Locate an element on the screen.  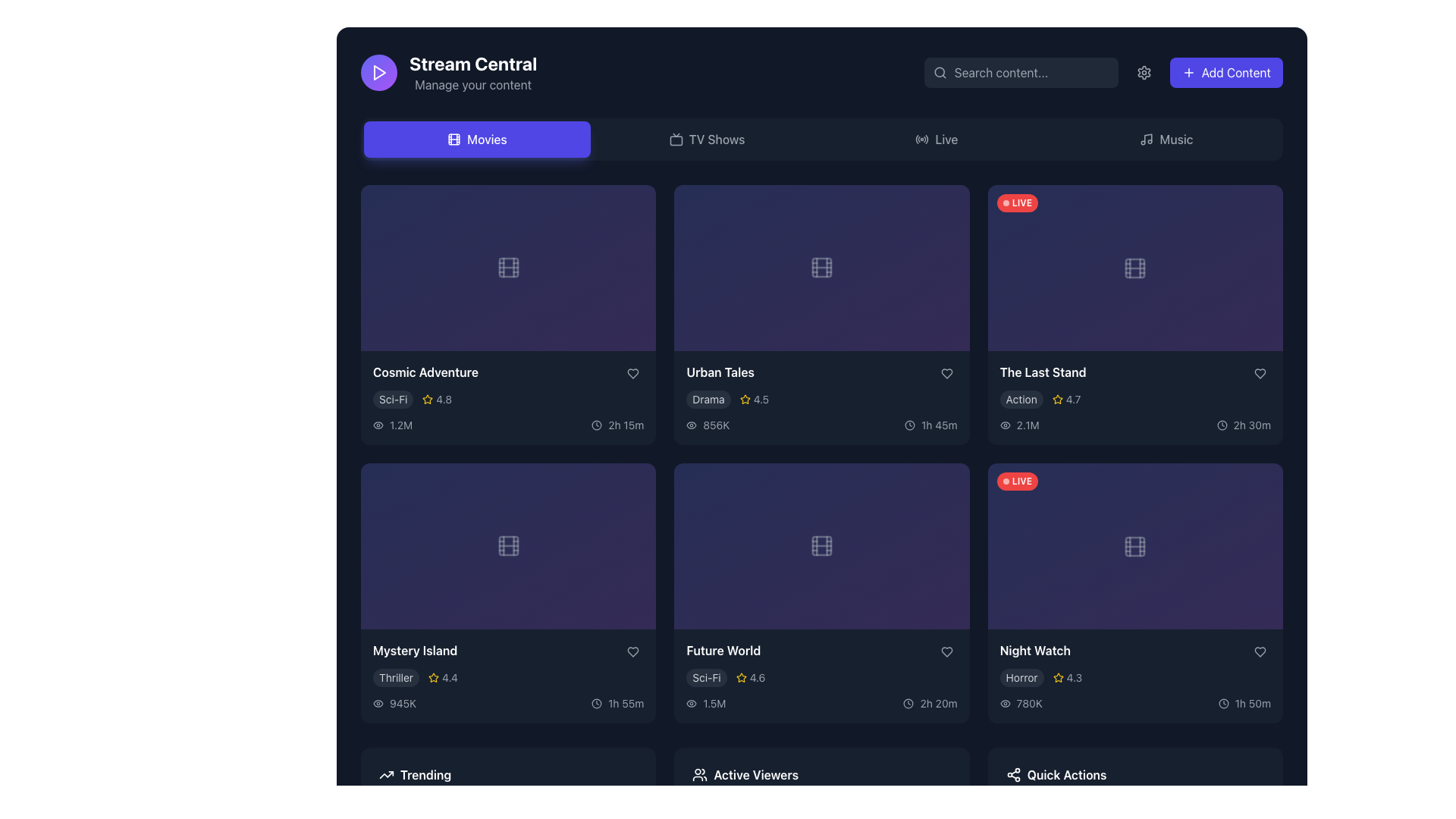
the search input field located in the header, which has a placeholder text 'Search content...' and is styled with a dark background and light-colored text is located at coordinates (1021, 73).